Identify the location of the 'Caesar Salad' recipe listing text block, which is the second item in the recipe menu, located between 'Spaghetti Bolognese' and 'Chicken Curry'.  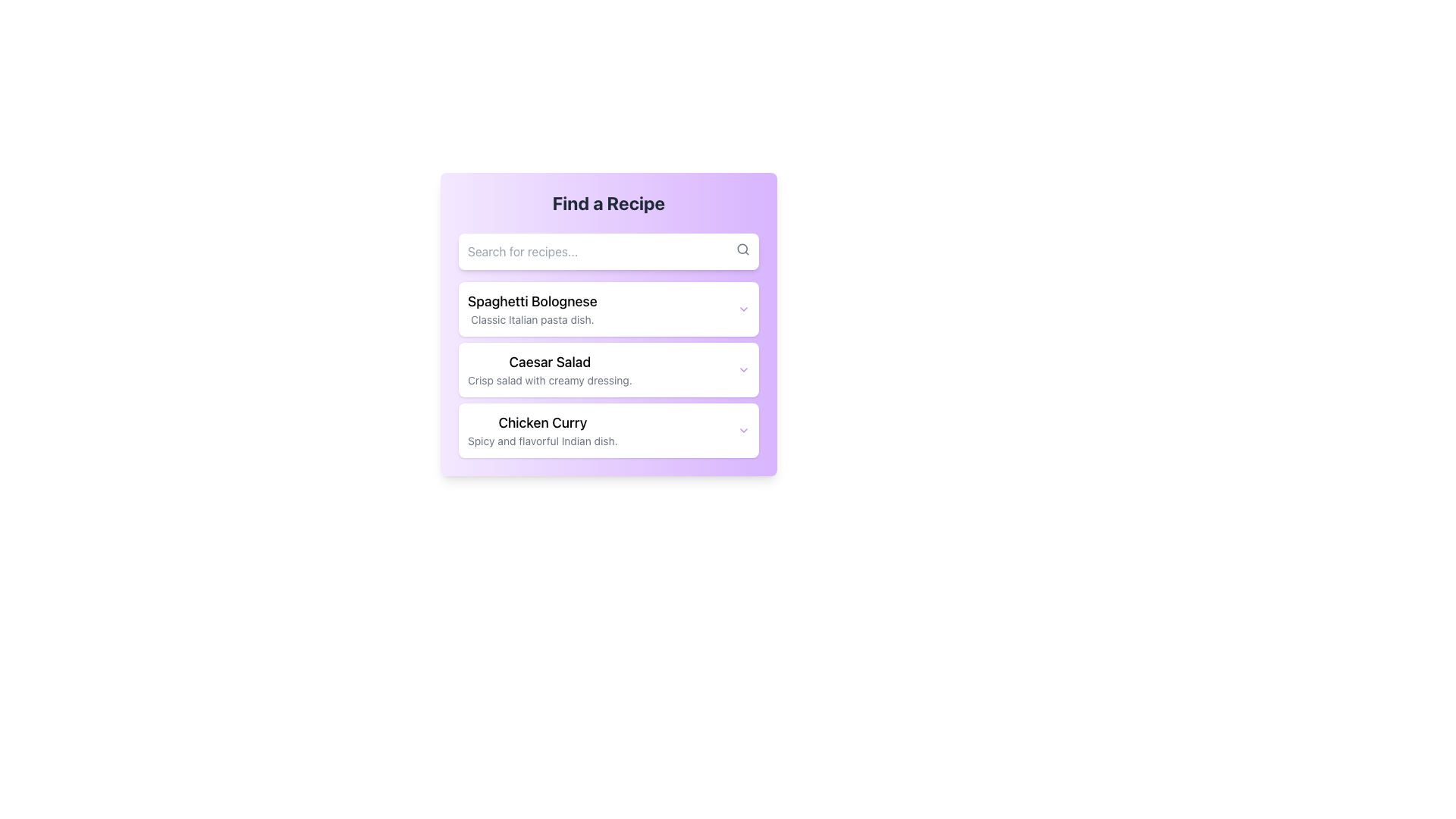
(549, 370).